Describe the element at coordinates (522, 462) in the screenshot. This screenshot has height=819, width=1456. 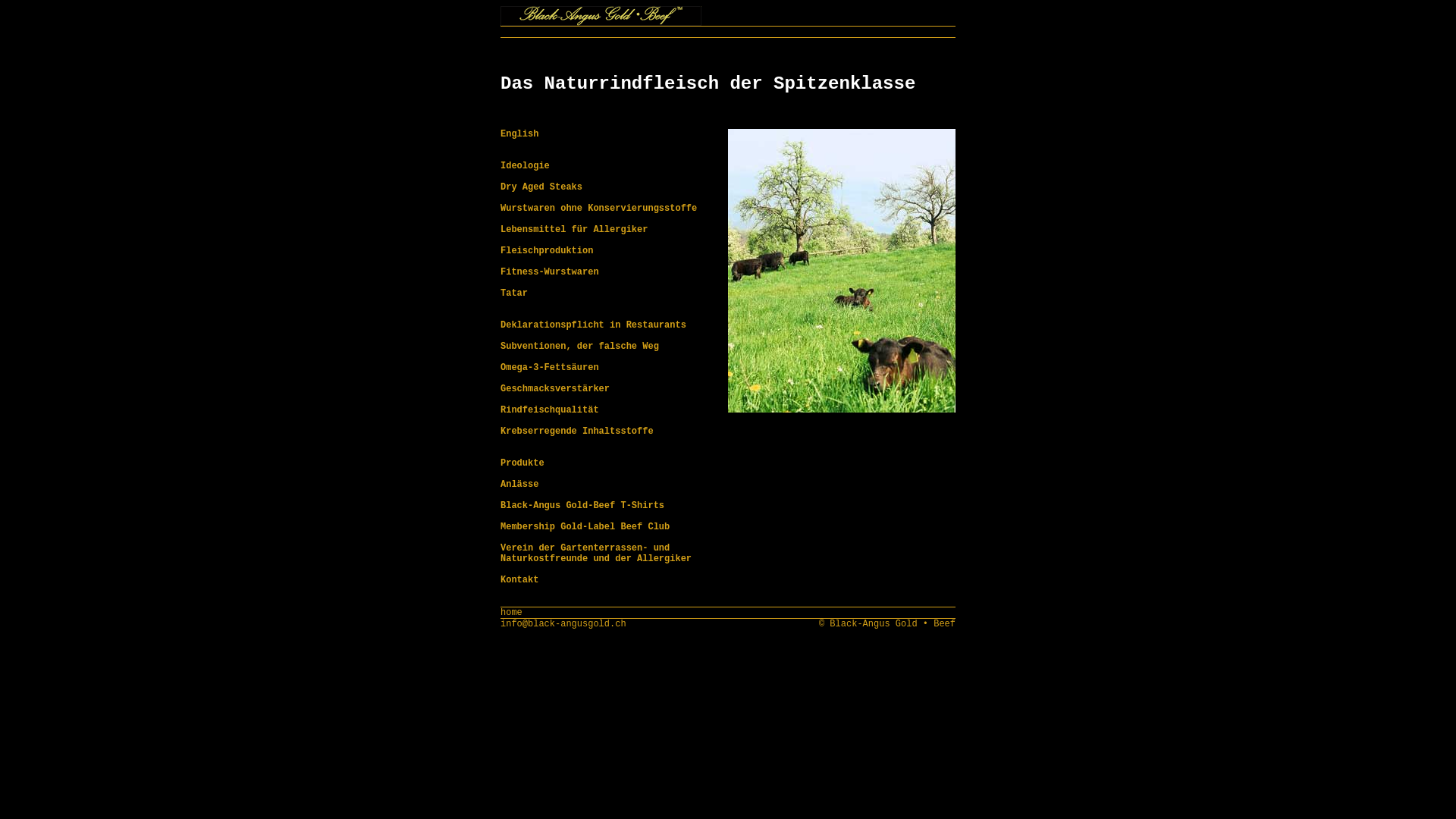
I see `'Produkte'` at that location.